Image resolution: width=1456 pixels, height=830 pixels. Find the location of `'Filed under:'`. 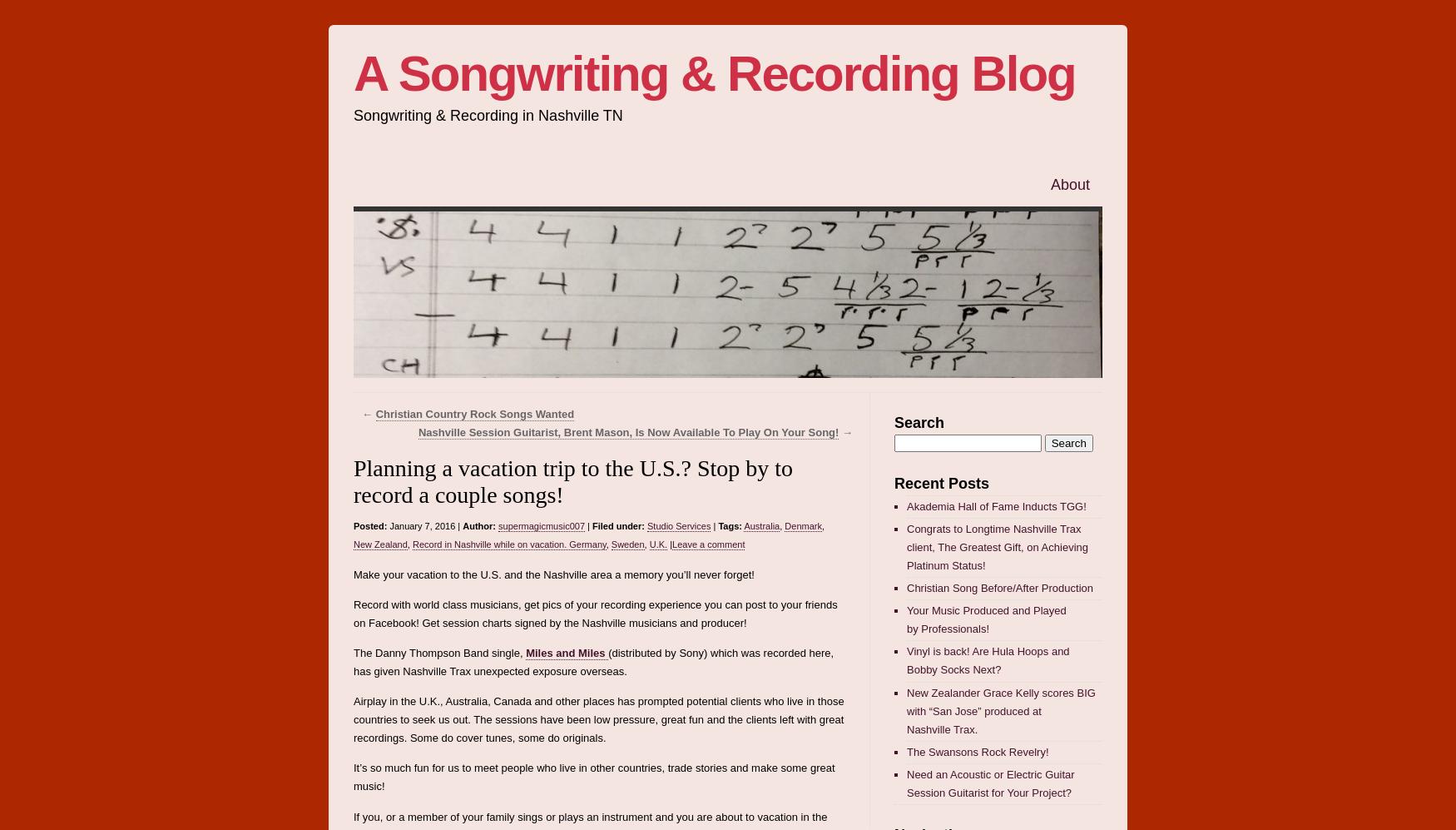

'Filed under:' is located at coordinates (592, 524).